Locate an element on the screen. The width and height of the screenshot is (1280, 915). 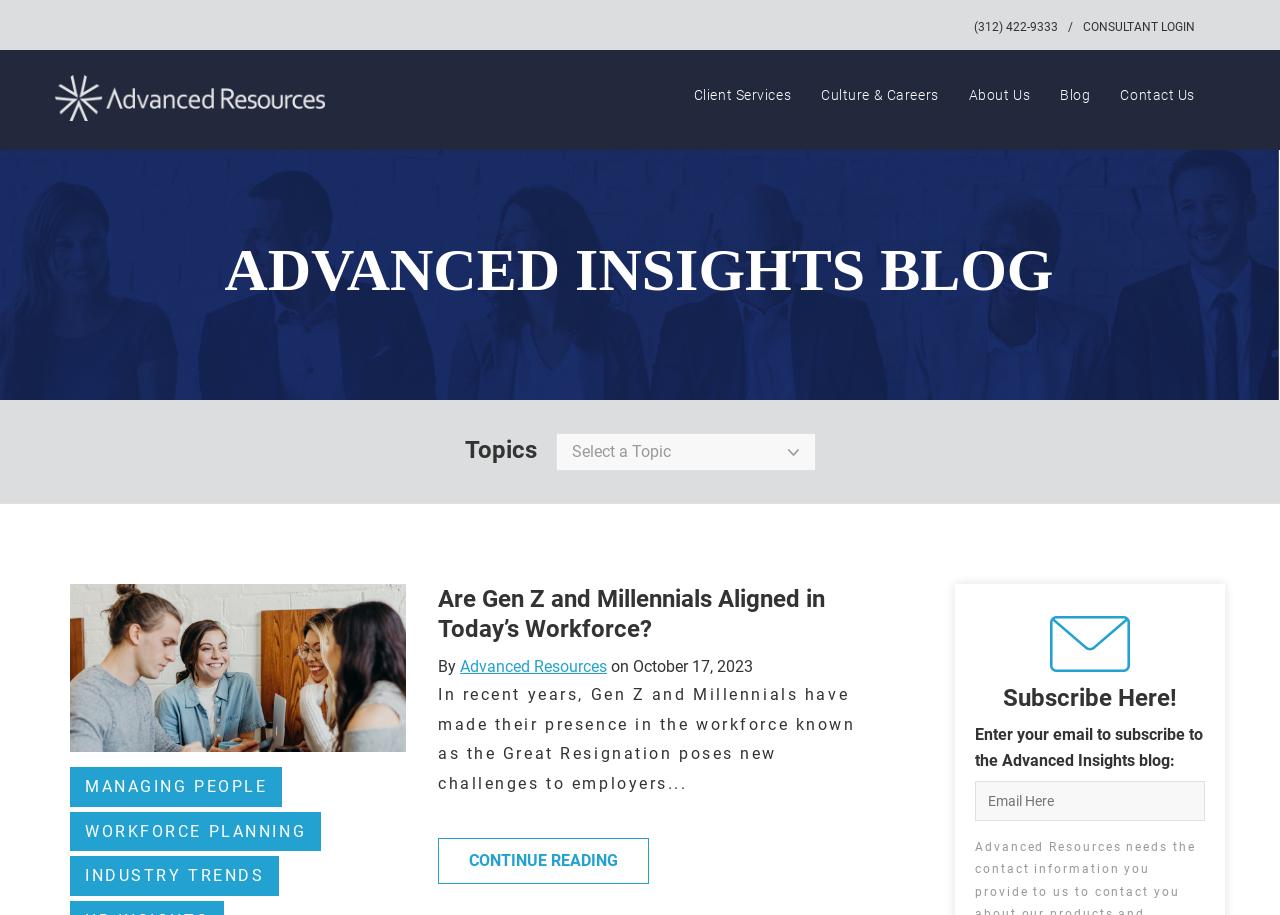
'By' is located at coordinates (435, 665).